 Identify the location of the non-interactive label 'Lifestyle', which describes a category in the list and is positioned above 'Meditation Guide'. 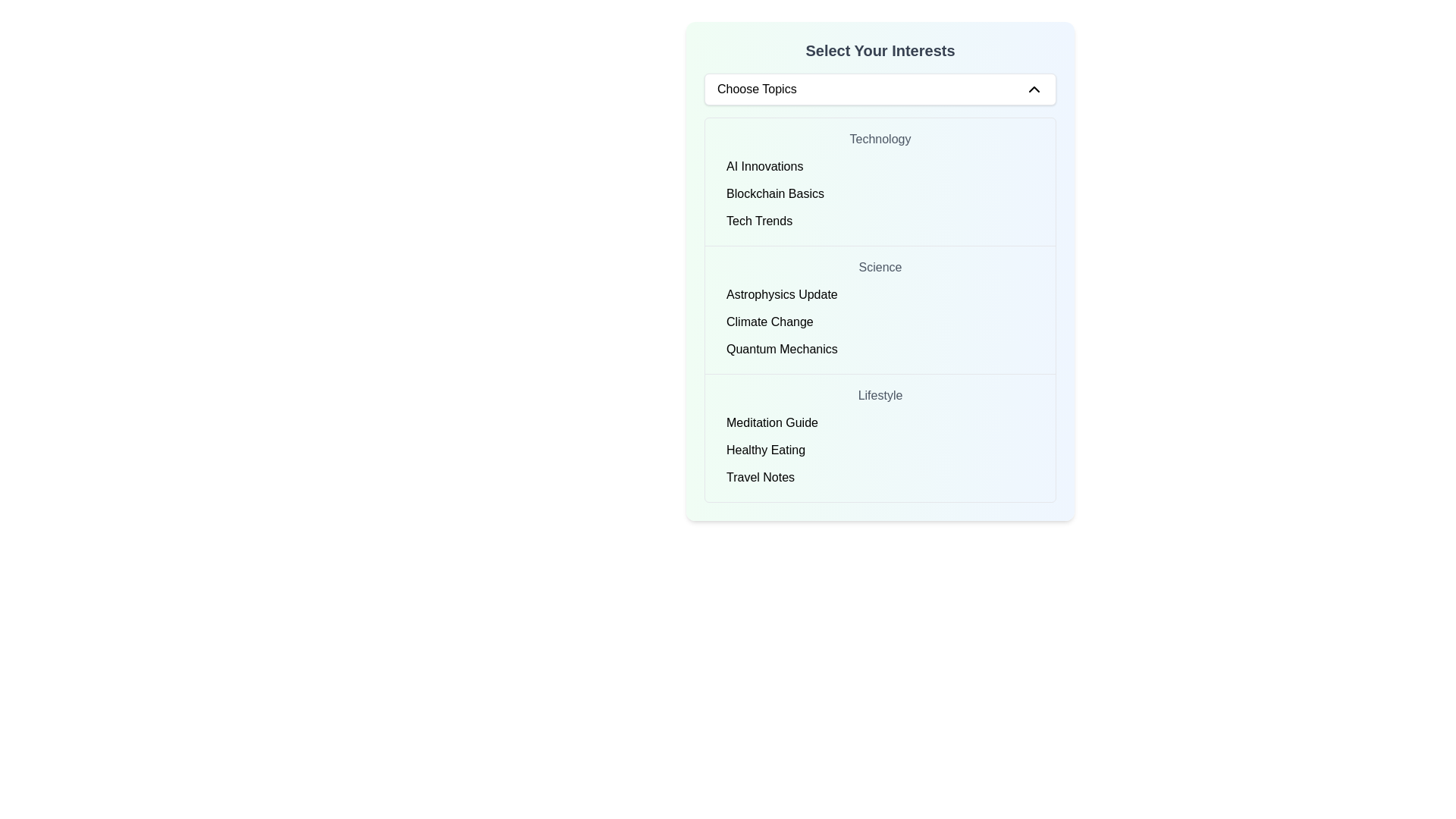
(880, 394).